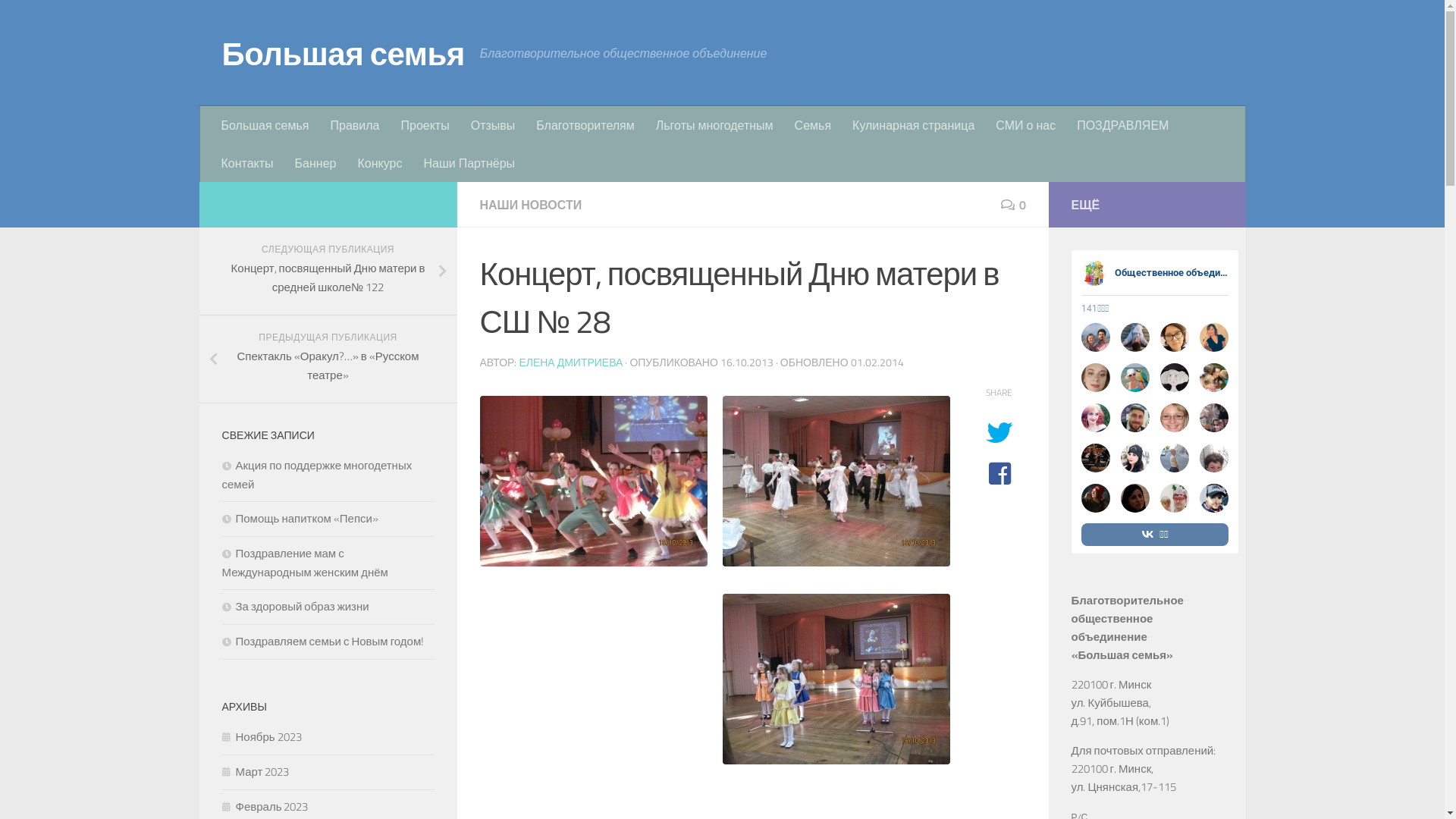  Describe the element at coordinates (1001, 205) in the screenshot. I see `'0'` at that location.